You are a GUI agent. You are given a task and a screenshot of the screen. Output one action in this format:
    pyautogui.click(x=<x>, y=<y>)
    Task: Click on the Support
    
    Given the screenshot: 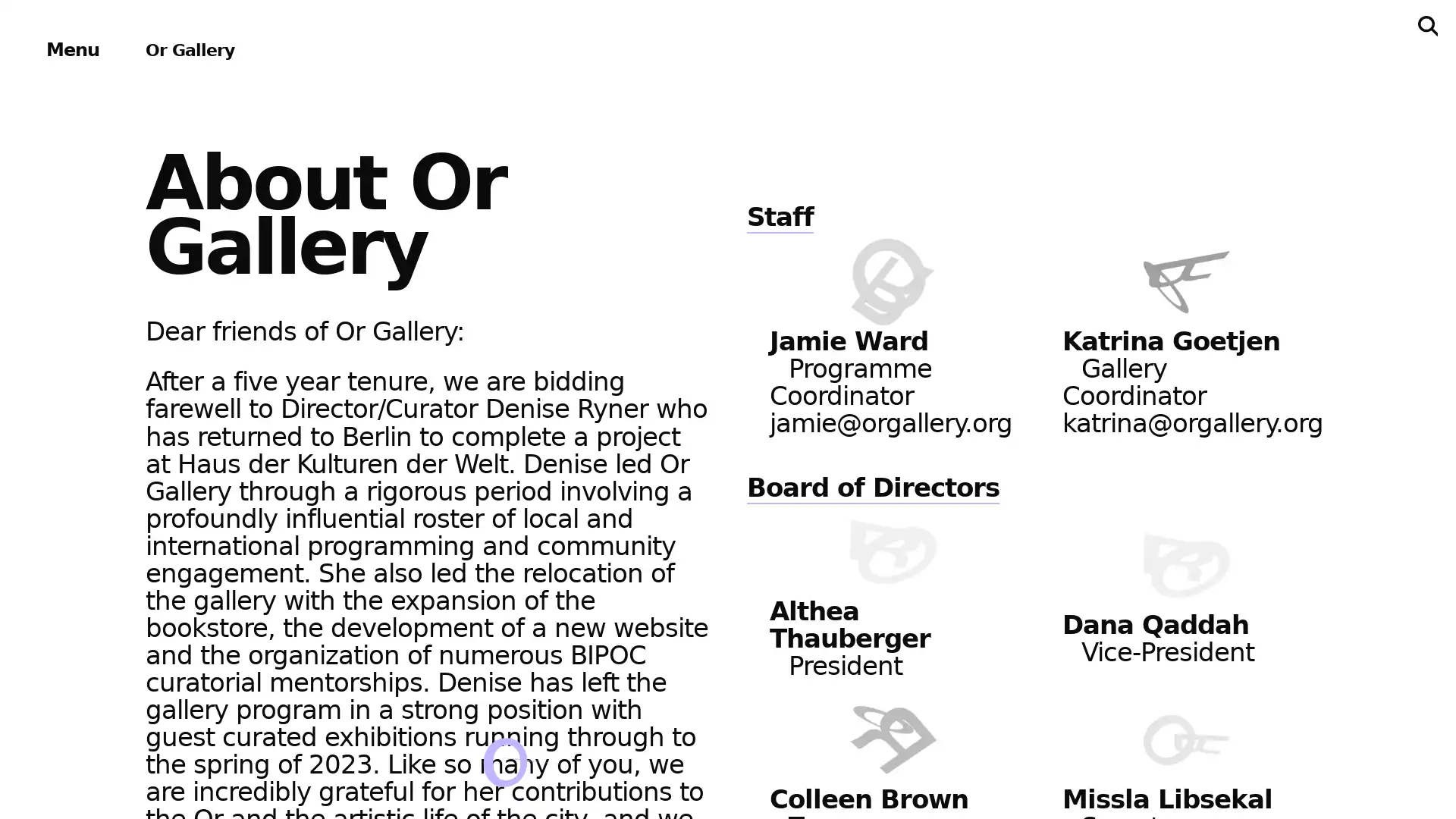 What is the action you would take?
    pyautogui.click(x=329, y=672)
    